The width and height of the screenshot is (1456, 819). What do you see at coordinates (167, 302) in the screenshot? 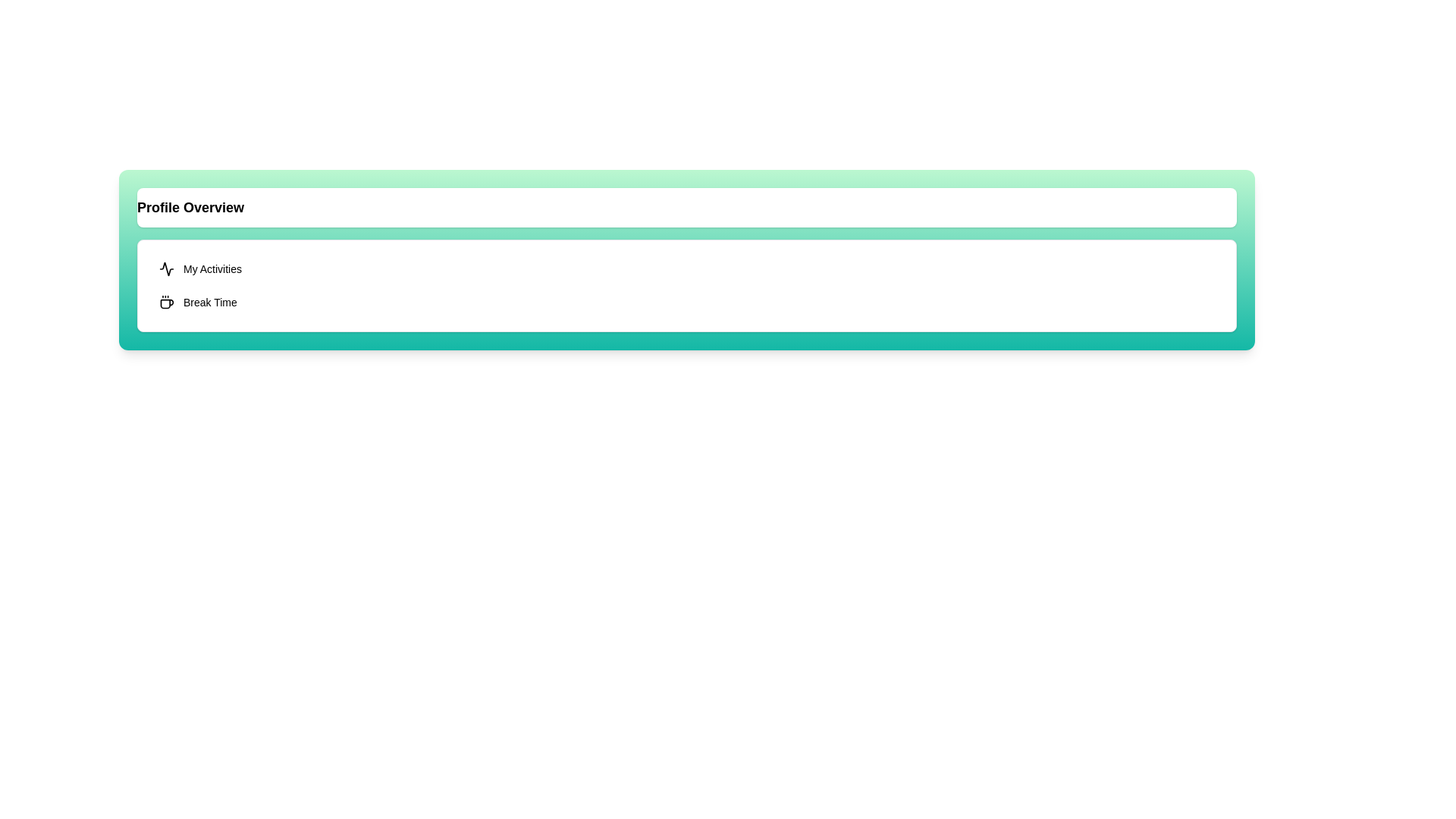
I see `the icon labeled 'Break Time' to perform its associated action` at bounding box center [167, 302].